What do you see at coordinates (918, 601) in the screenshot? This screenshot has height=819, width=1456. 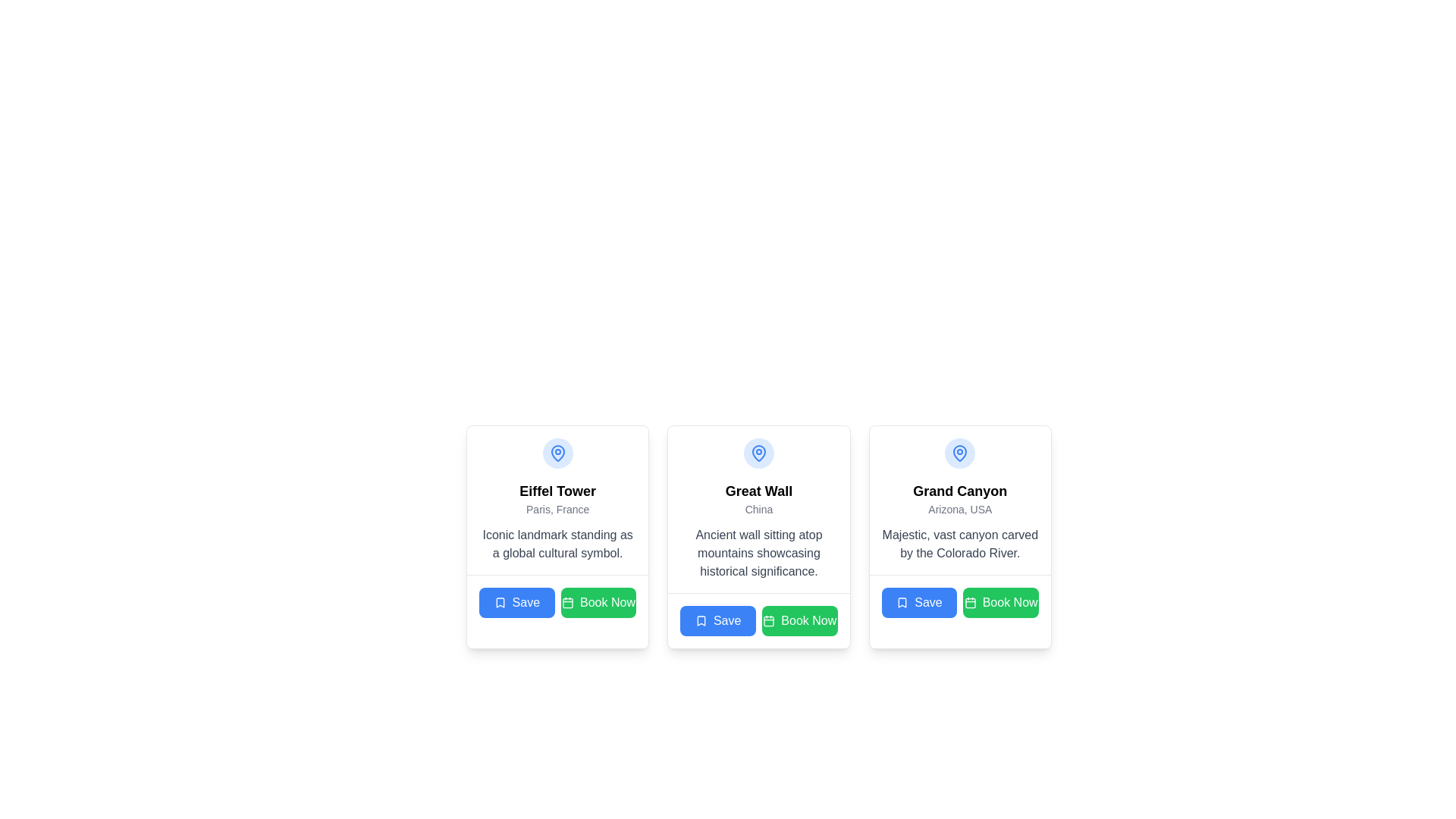 I see `the 'Save' button with icon located at the bottom right of the card associated with 'Grand Canyon'` at bounding box center [918, 601].